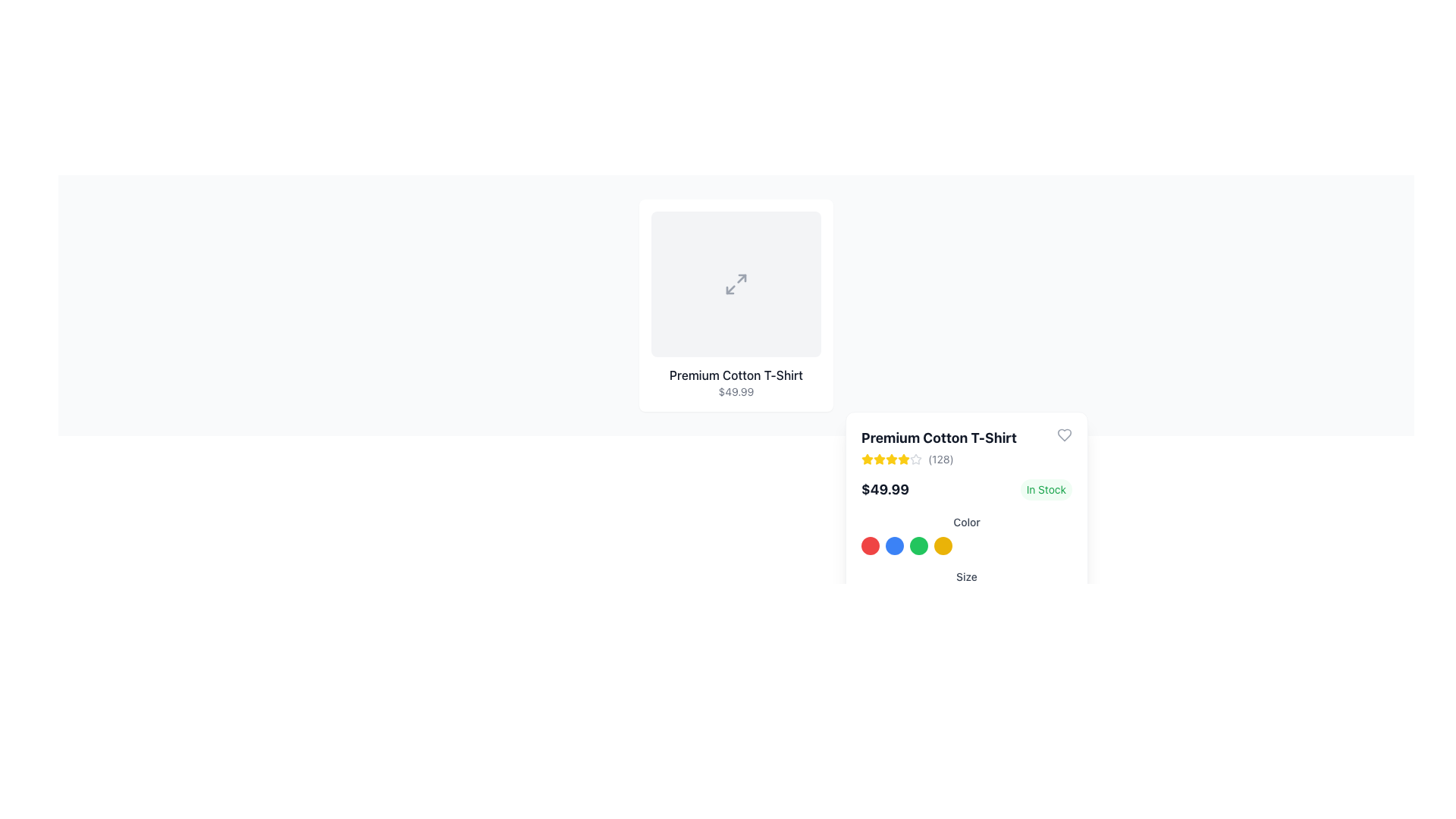 The image size is (1456, 819). What do you see at coordinates (736, 284) in the screenshot?
I see `the interactive icon resembling a diagonal arrow pointing outward, which is used for expanding or maximizing content` at bounding box center [736, 284].